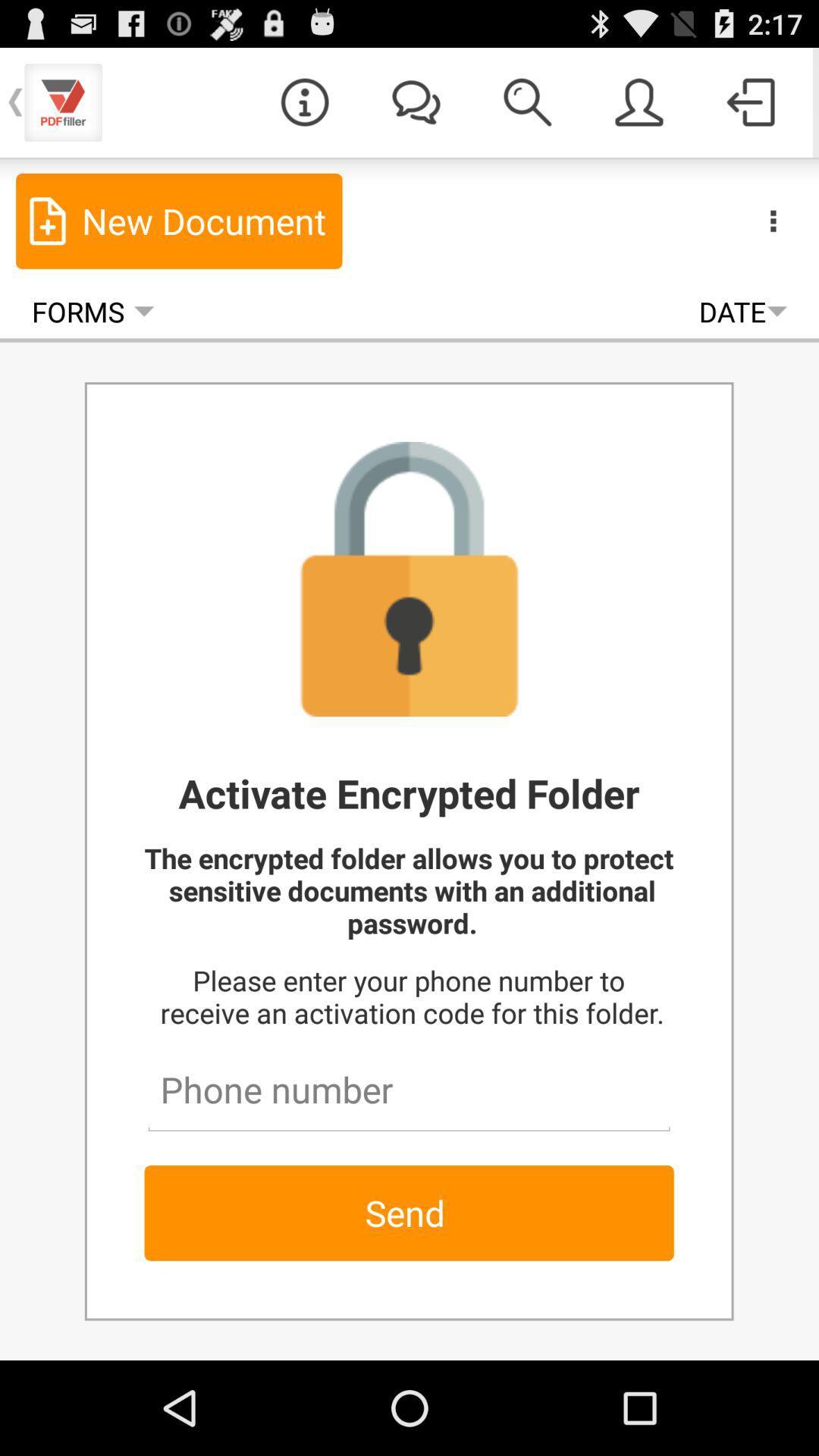  I want to click on the icon next to forms, so click(742, 311).